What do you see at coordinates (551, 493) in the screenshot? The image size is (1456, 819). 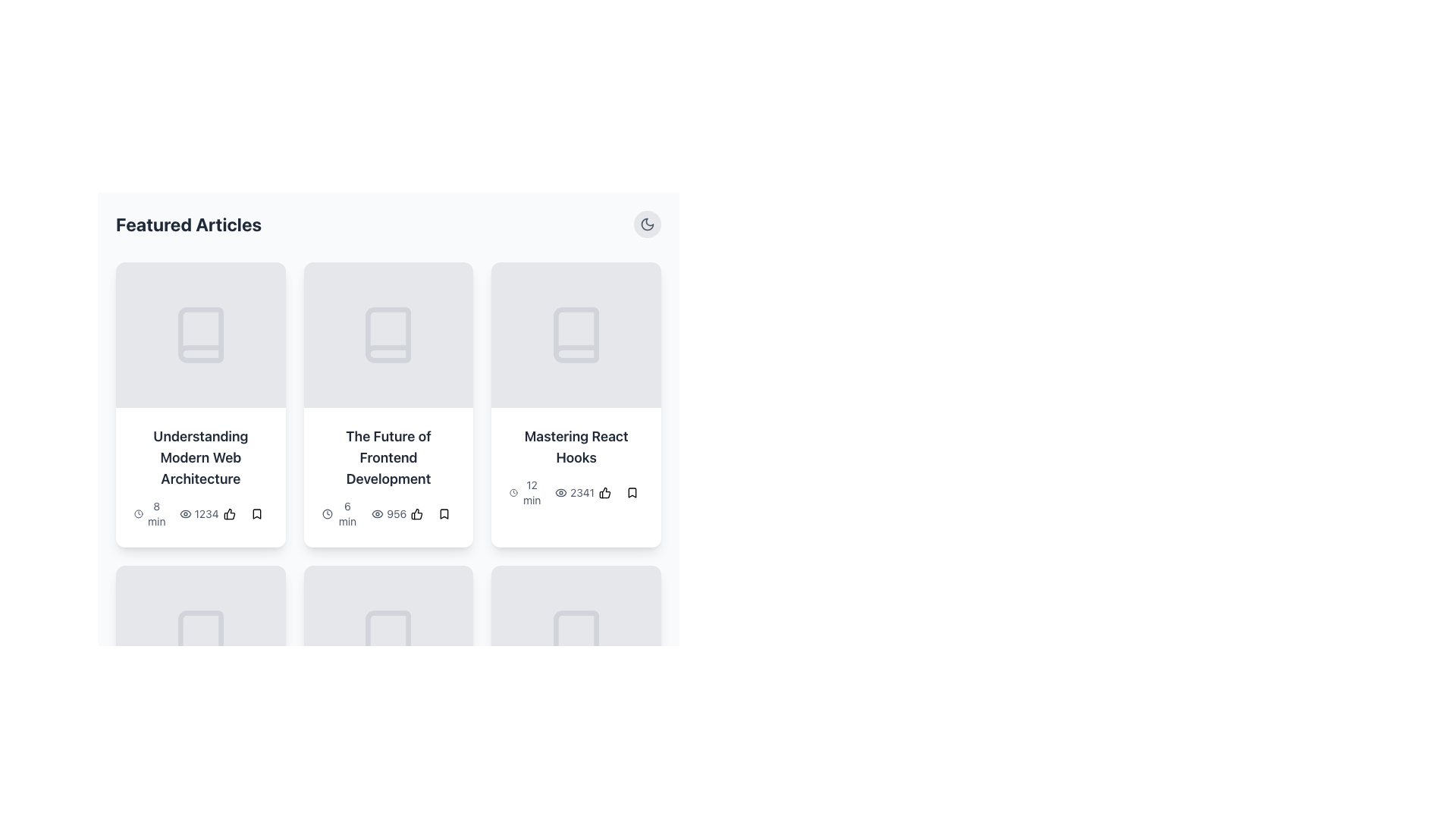 I see `the Data label displaying estimated reading time and views located in the third article card of the featured articles section, below the title 'Mastering React Hooks'` at bounding box center [551, 493].